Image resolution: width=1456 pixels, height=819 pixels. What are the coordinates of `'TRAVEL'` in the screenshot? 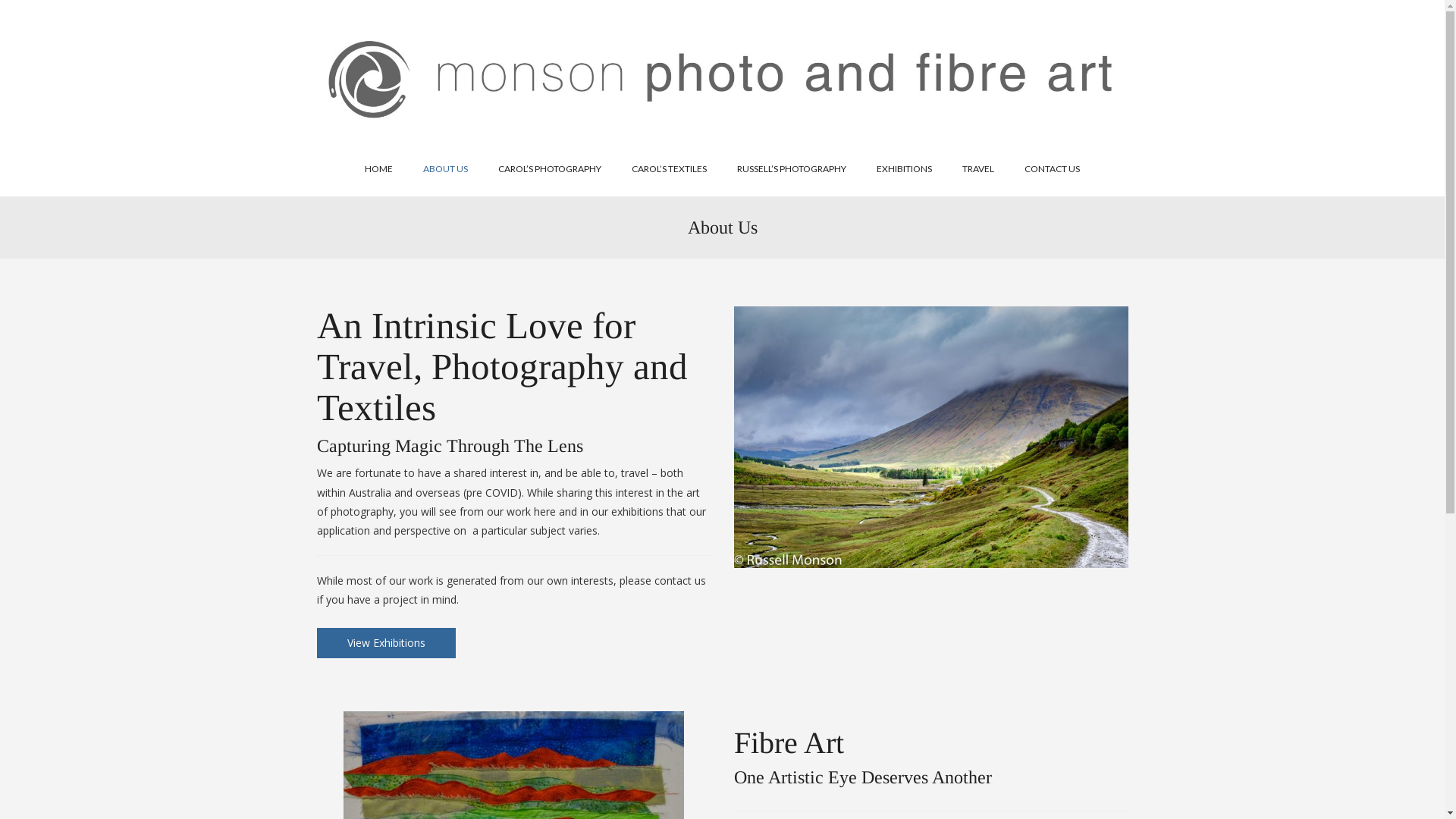 It's located at (946, 169).